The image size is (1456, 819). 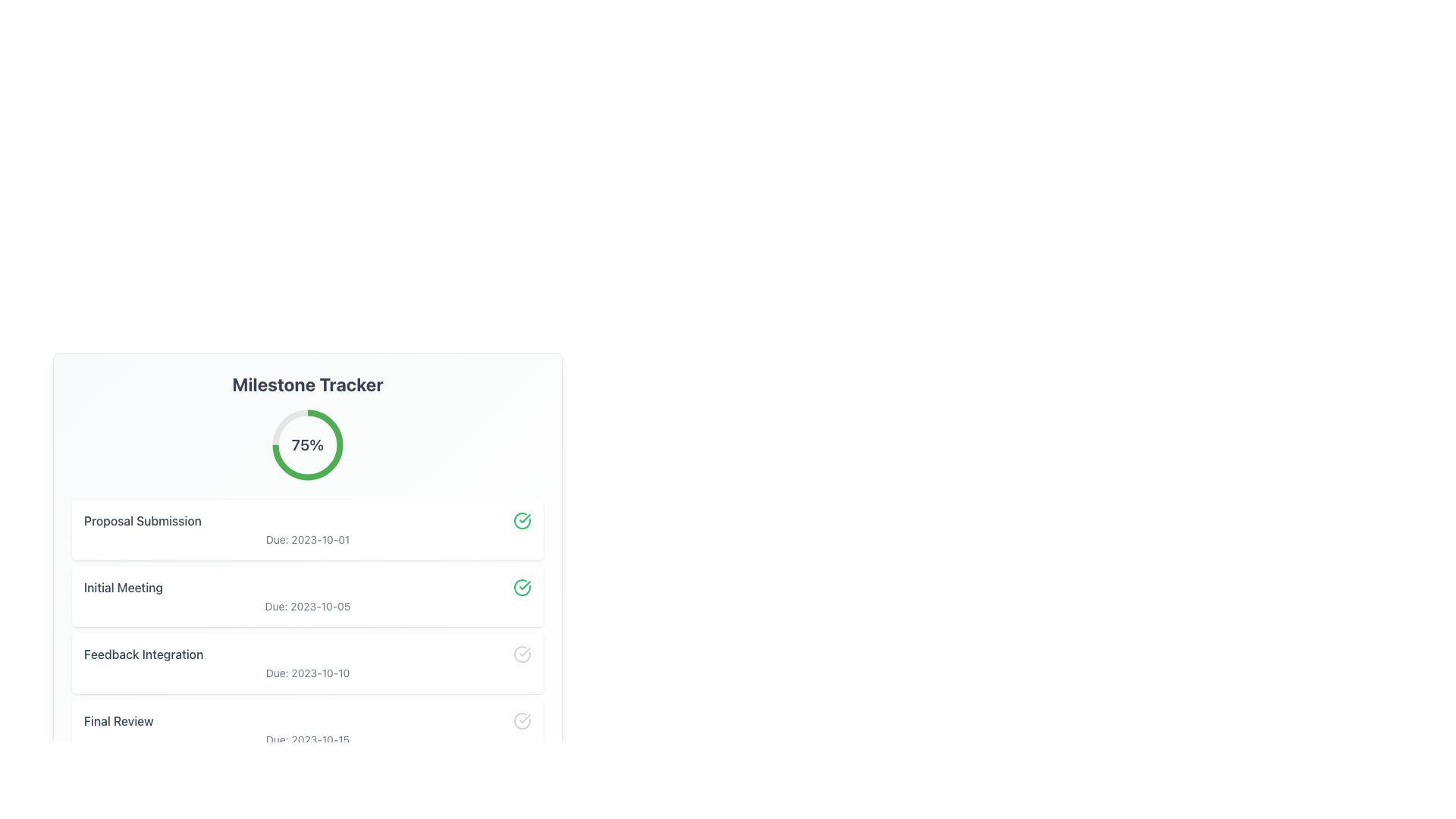 I want to click on the circular icon with a stroke outline and a checkmark in its center, located at the right end of the row labeled 'Final Review' in the 'Milestone Tracker' interface, so click(x=522, y=720).